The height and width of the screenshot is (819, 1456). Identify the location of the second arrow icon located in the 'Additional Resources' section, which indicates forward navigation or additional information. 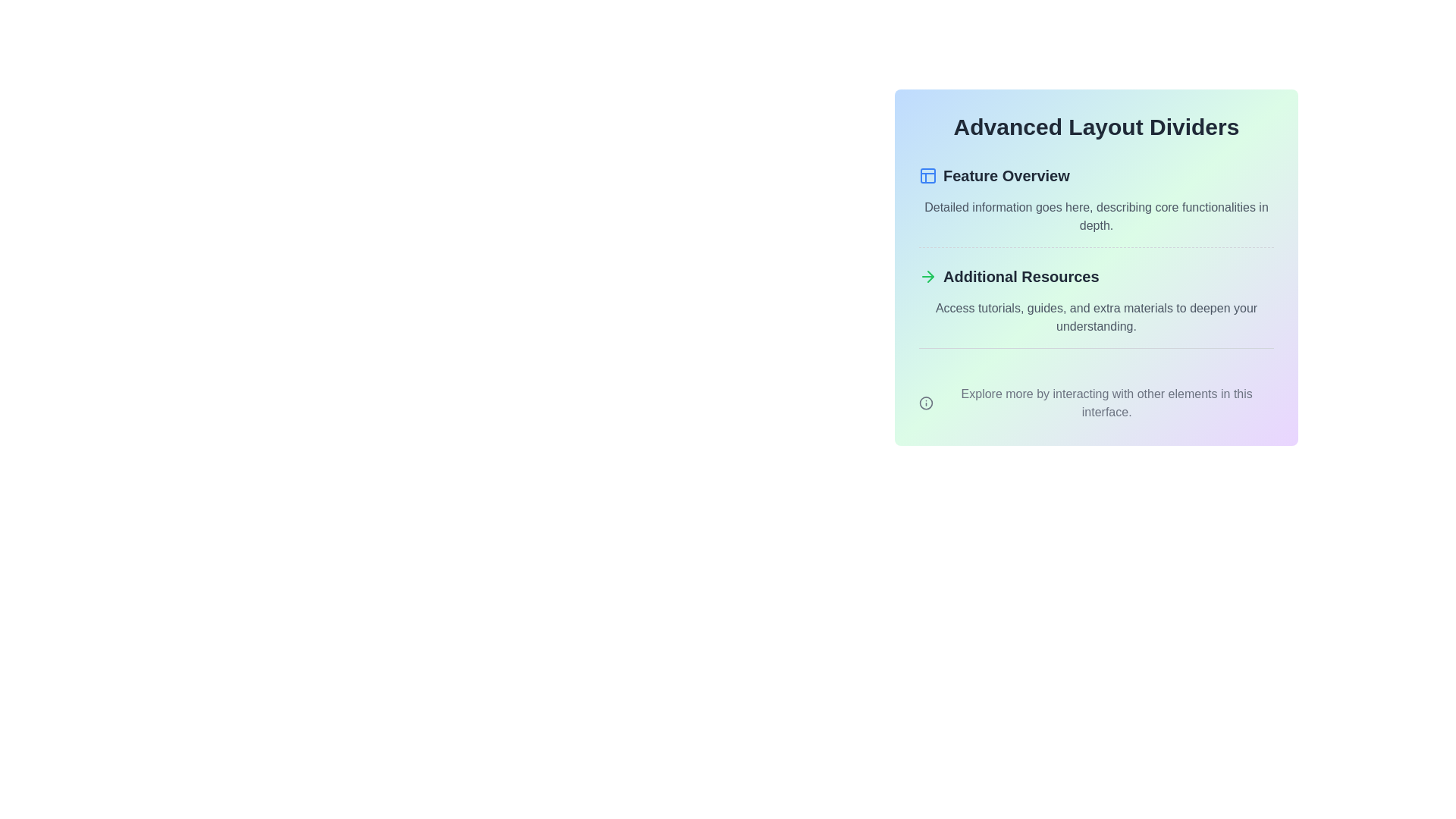
(930, 277).